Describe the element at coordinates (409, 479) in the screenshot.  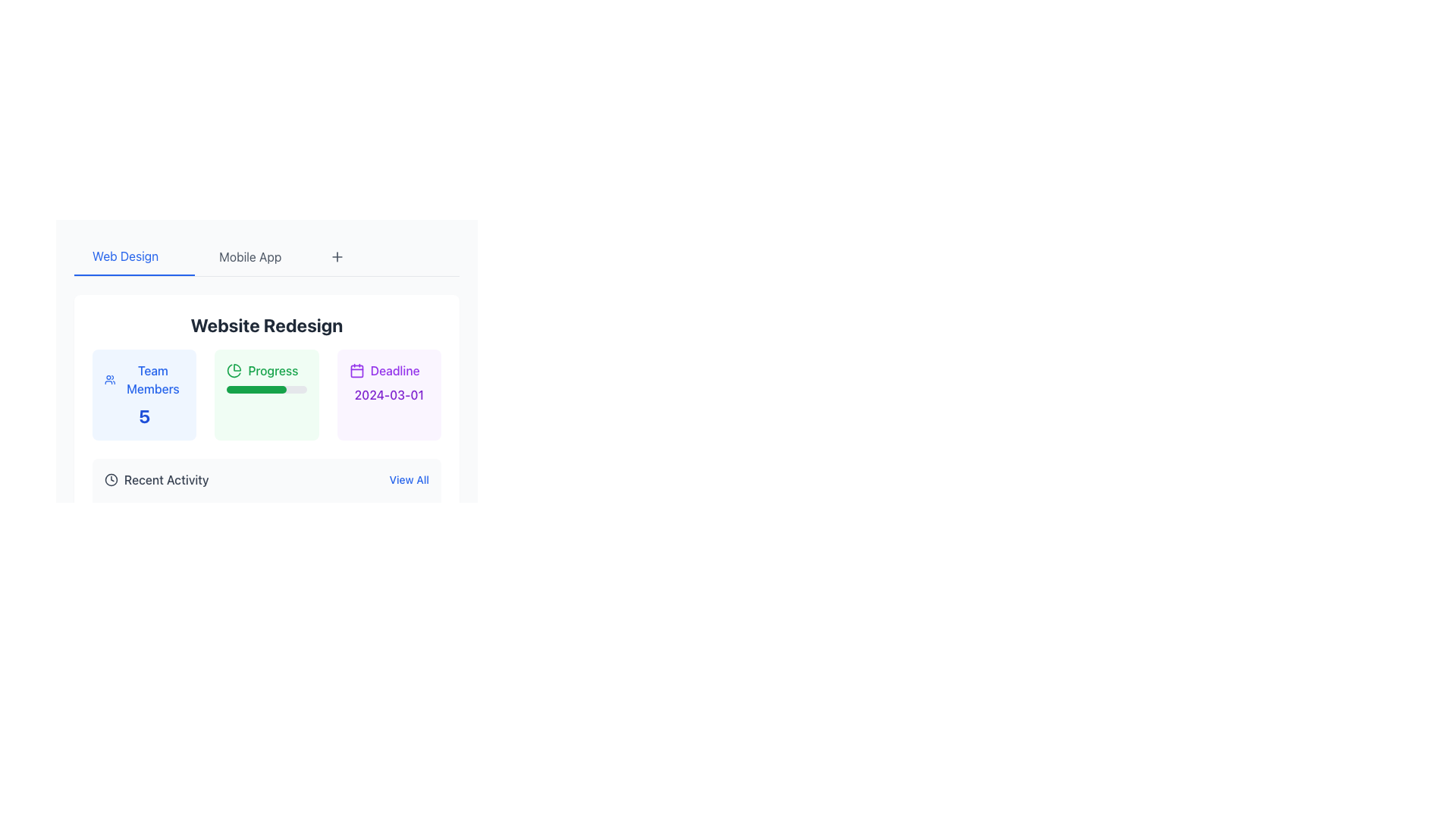
I see `the Text button located at the far right of the 'Recent Activity' section` at that location.